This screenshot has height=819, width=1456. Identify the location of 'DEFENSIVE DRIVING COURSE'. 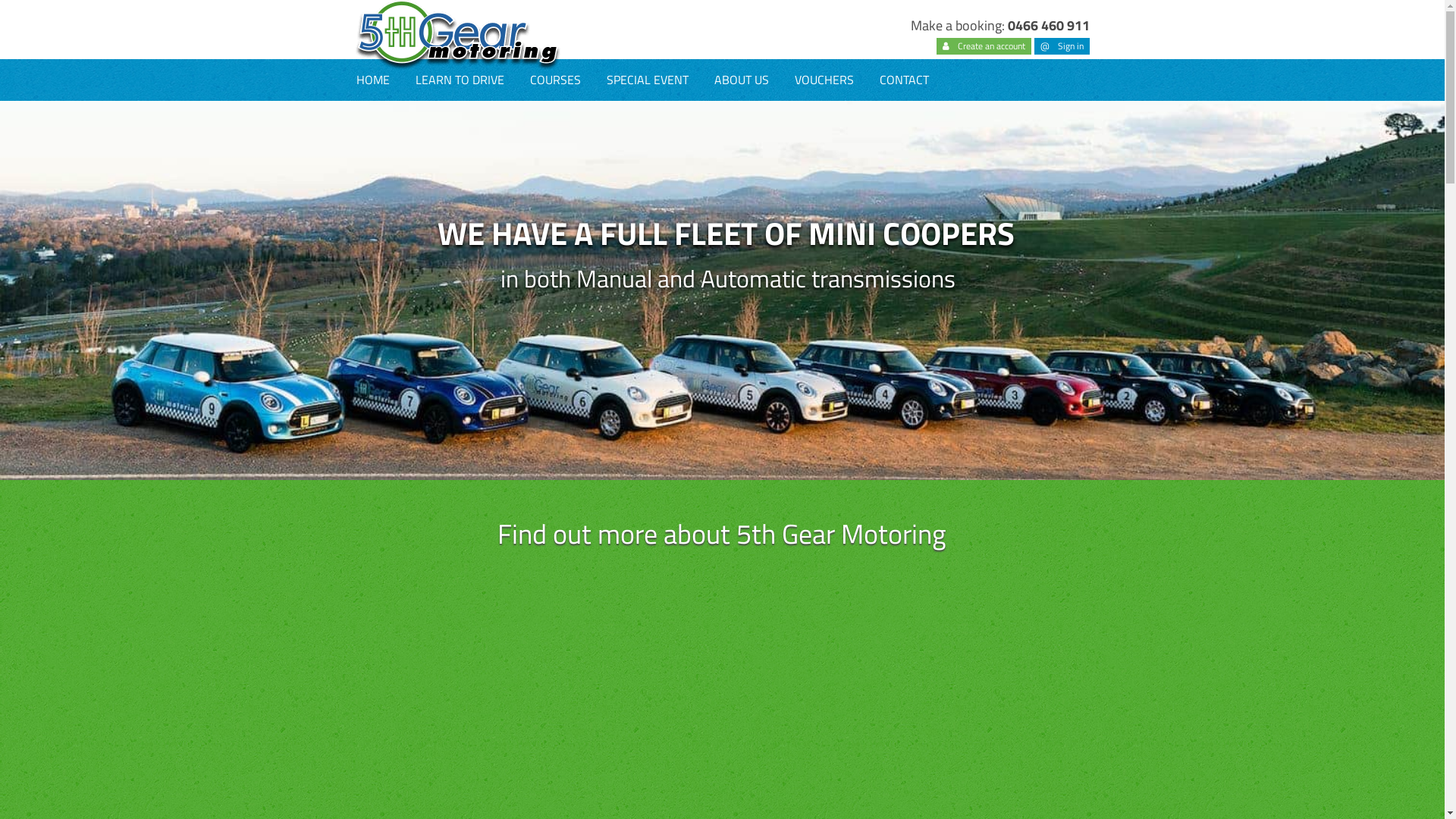
(554, 121).